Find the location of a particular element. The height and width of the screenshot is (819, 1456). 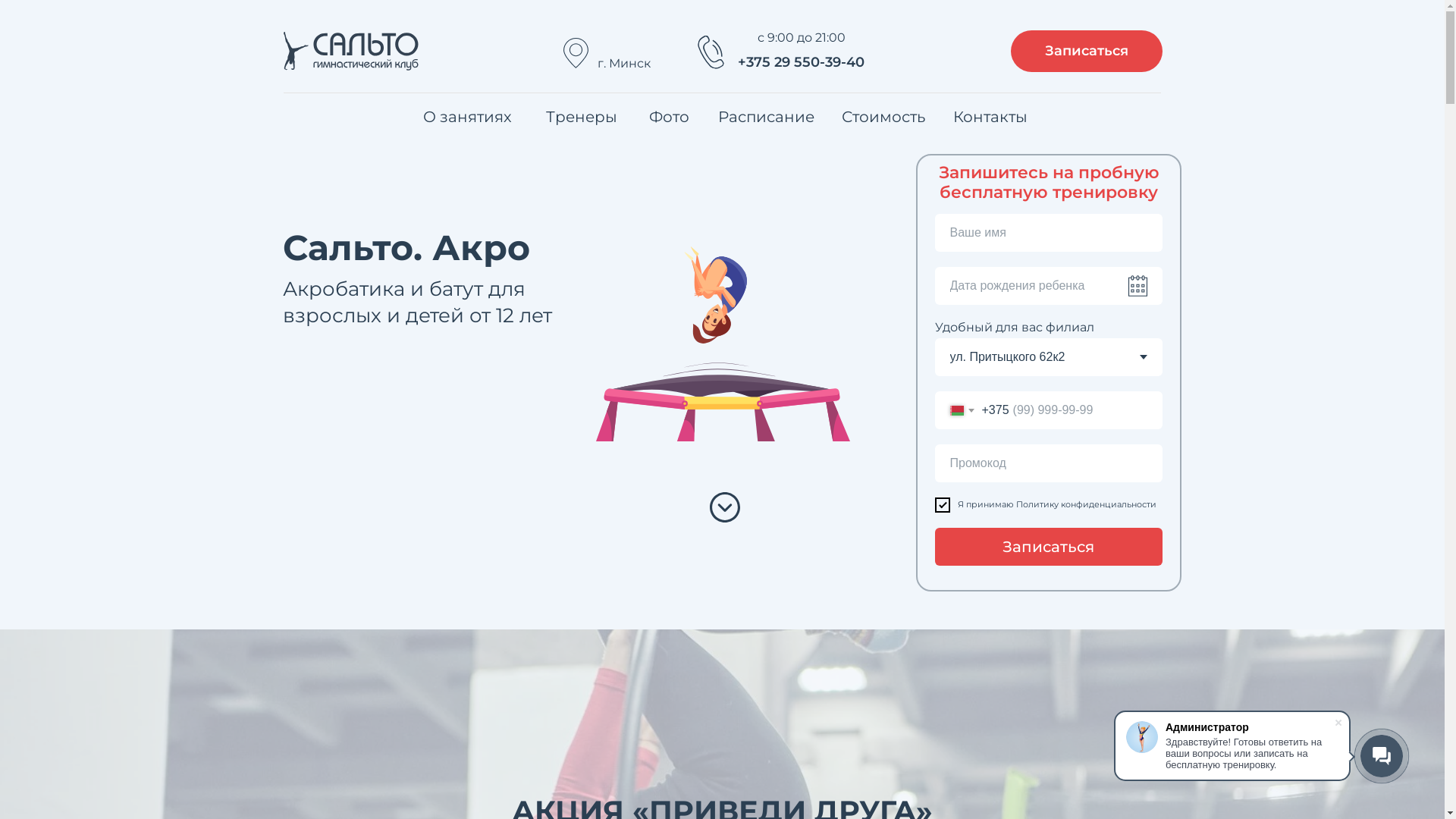

'+375 29 550-39-40' is located at coordinates (800, 62).